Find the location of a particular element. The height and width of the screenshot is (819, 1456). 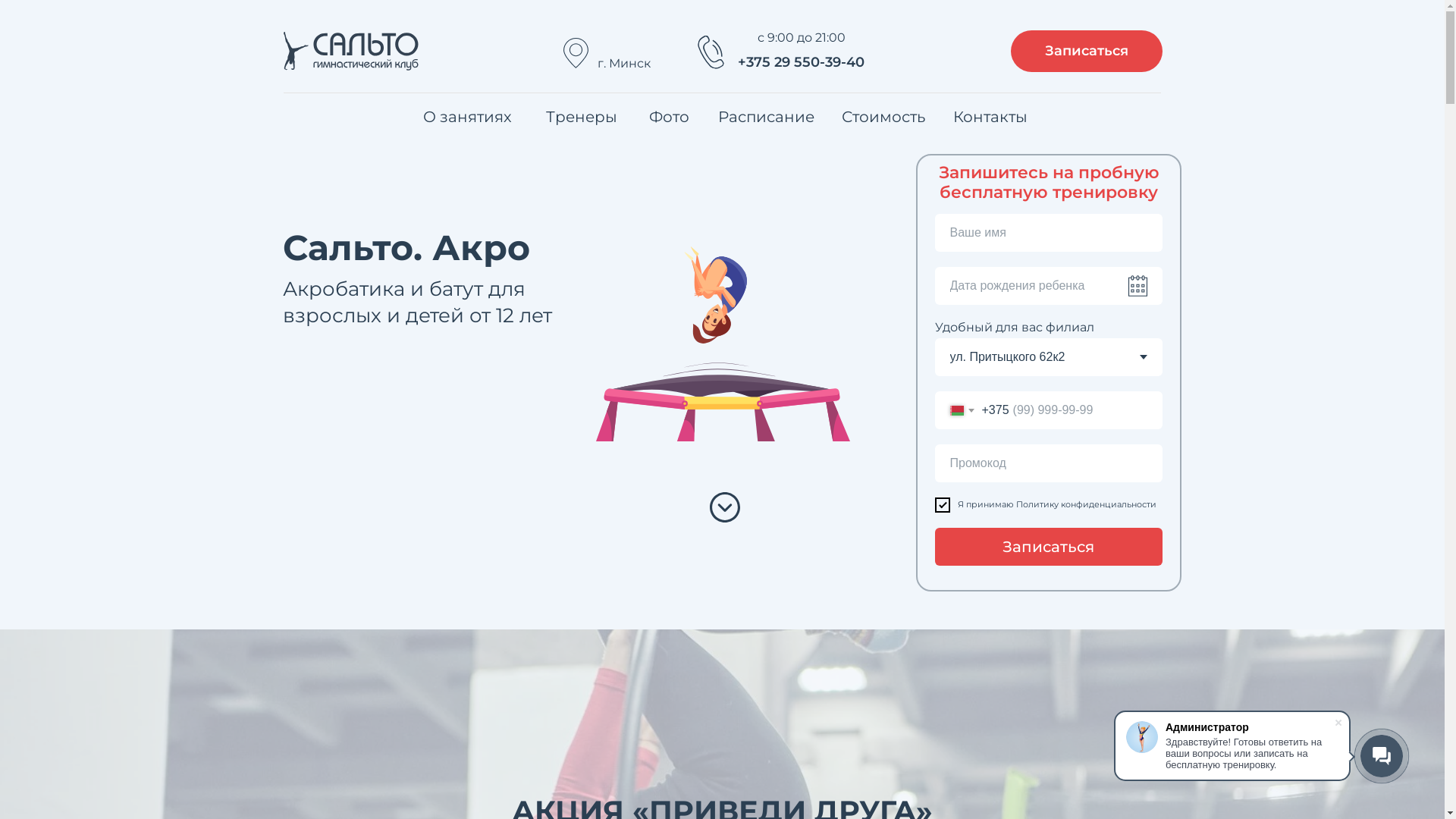

'+375 29 550-39-40' is located at coordinates (800, 62).